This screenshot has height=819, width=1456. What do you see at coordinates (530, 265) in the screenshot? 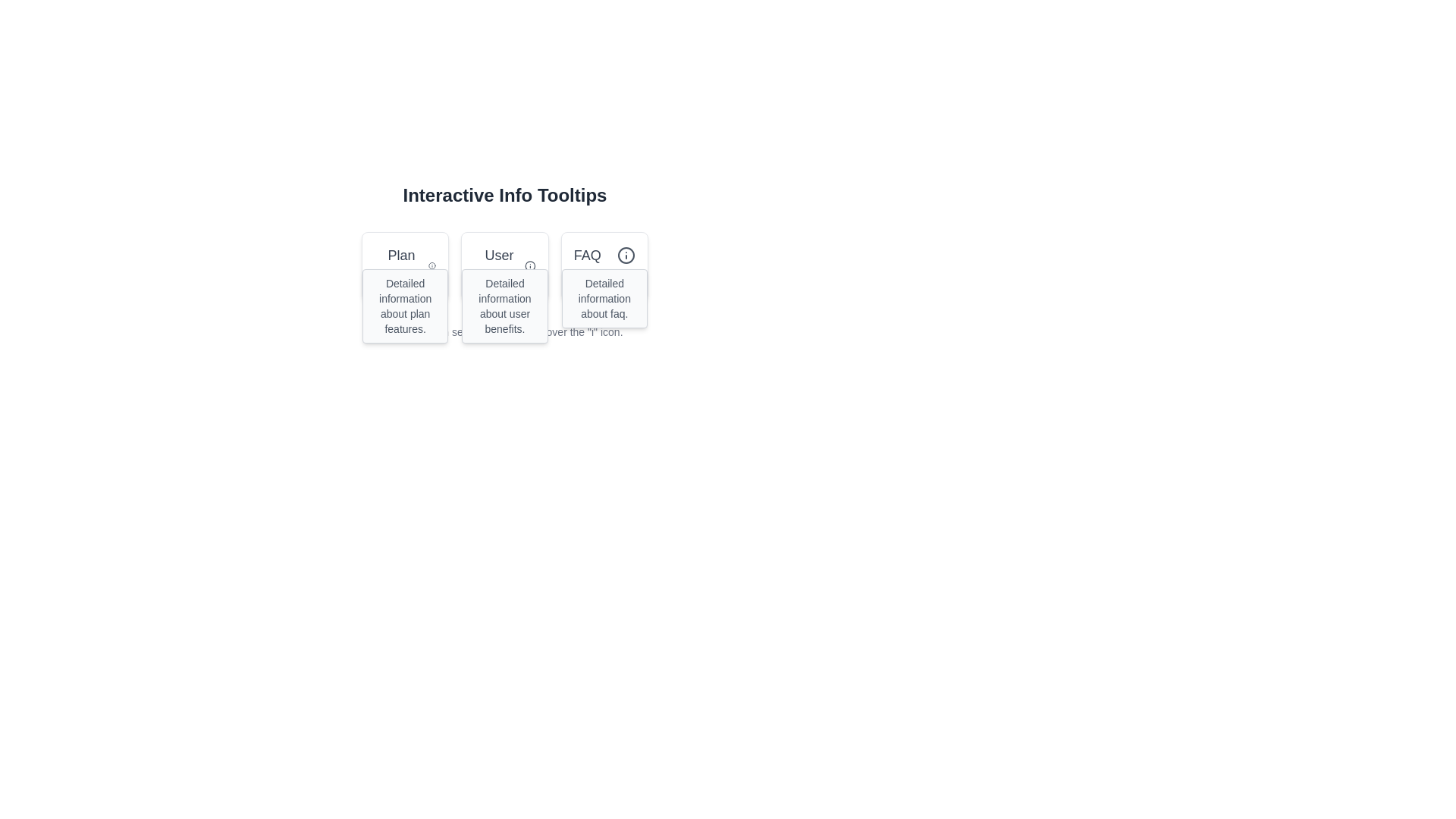
I see `the outer border circle of the information icon within the 'User' card` at bounding box center [530, 265].